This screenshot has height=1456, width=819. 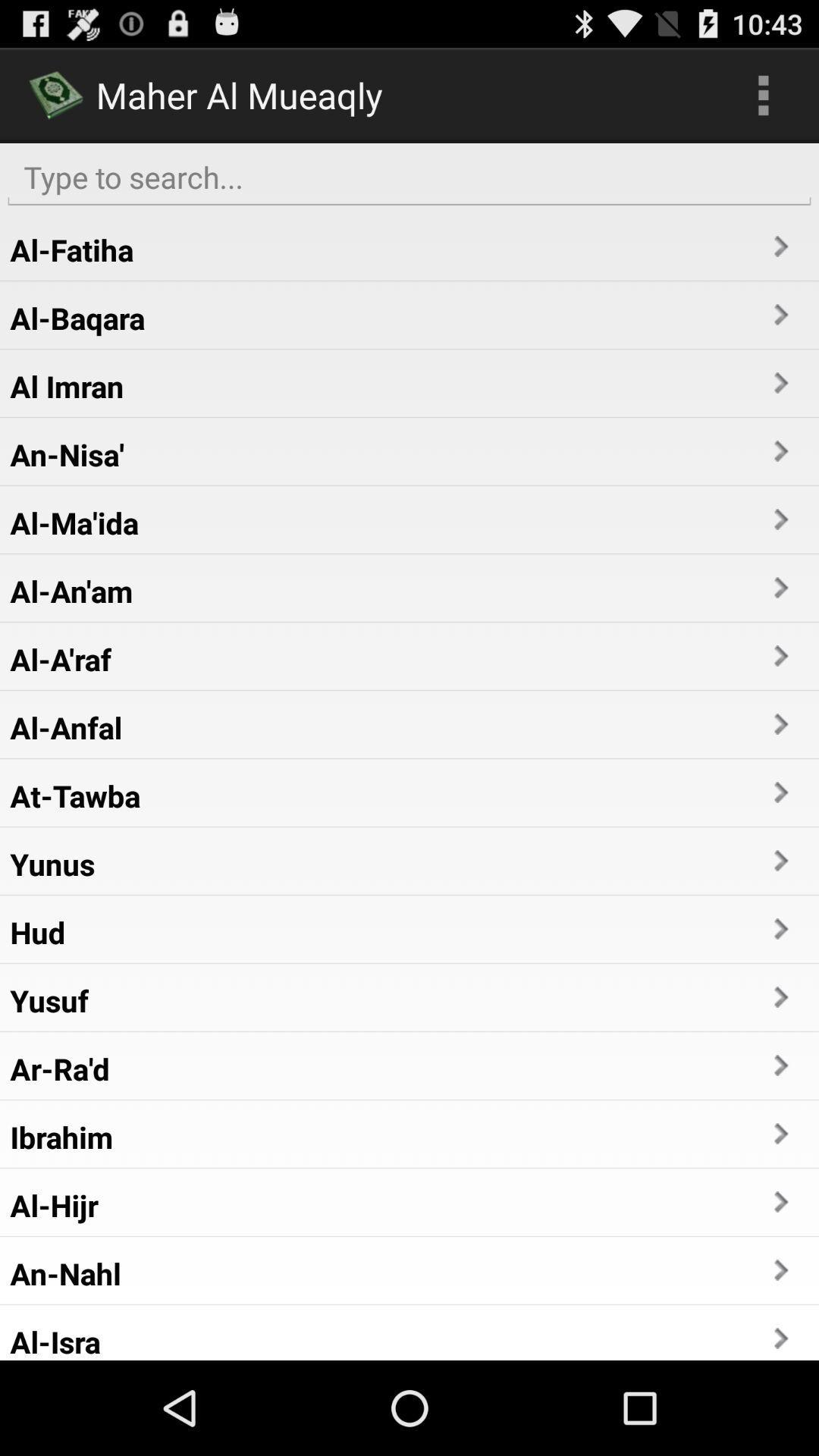 What do you see at coordinates (780, 792) in the screenshot?
I see `the item next to at-tawba icon` at bounding box center [780, 792].